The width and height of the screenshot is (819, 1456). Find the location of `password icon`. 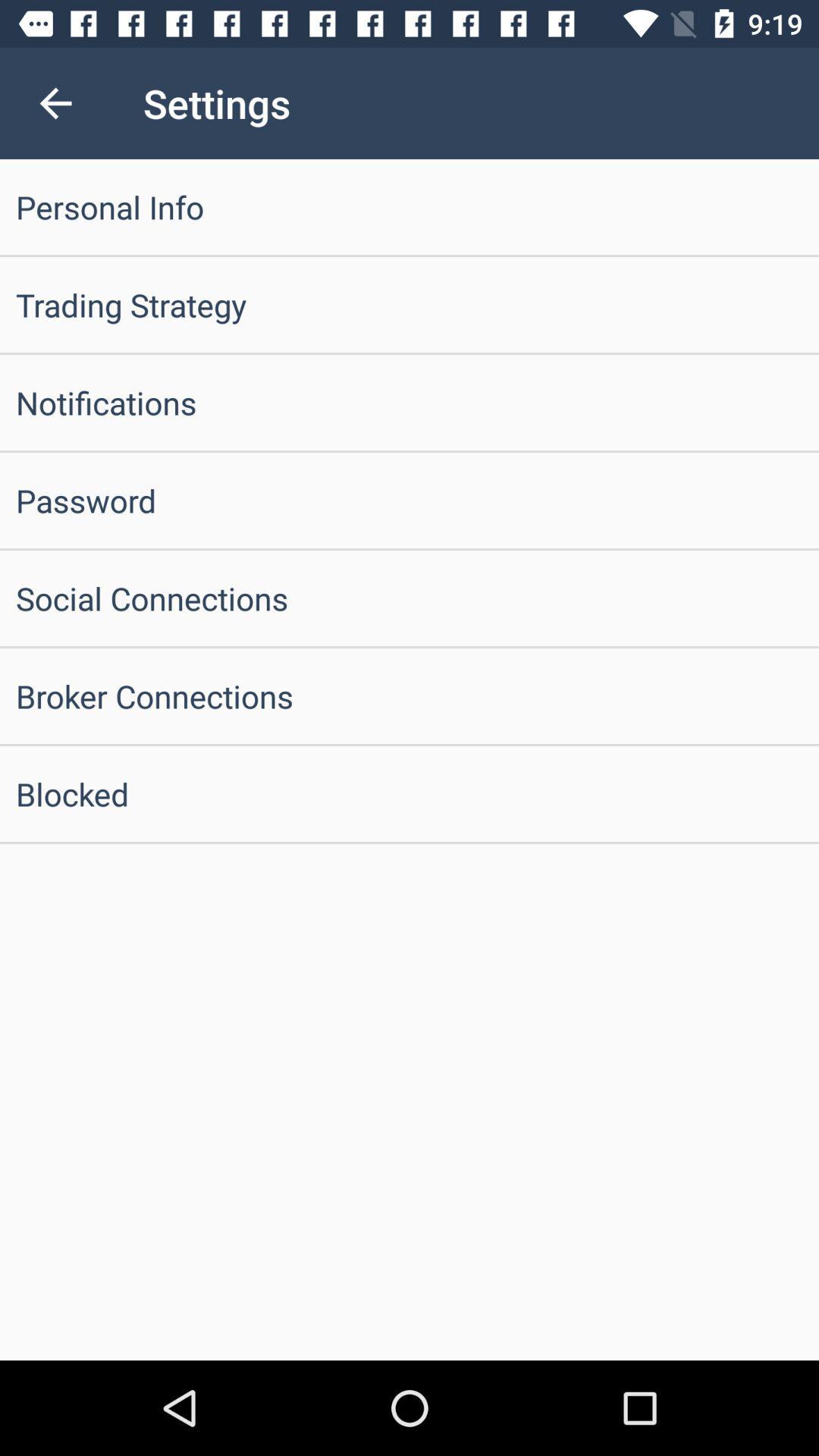

password icon is located at coordinates (409, 500).